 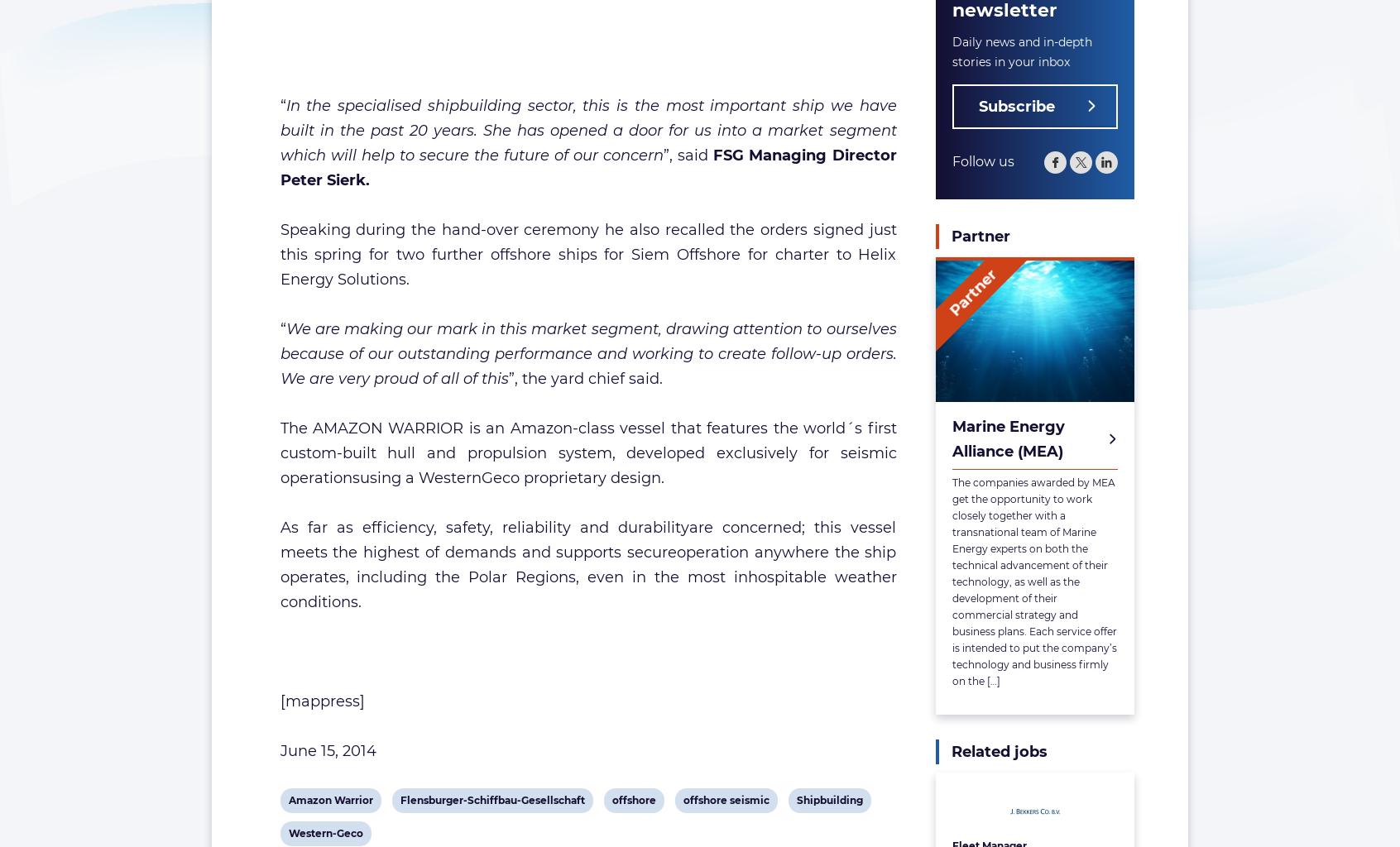 I want to click on 'The AMAZON WARRIOR is an Amazon-class vessel that features the world´s first custom-built hull and propulsion system, developed exclusively for seismic operationsusing a WesternGeco proprietary design.', so click(x=587, y=453).